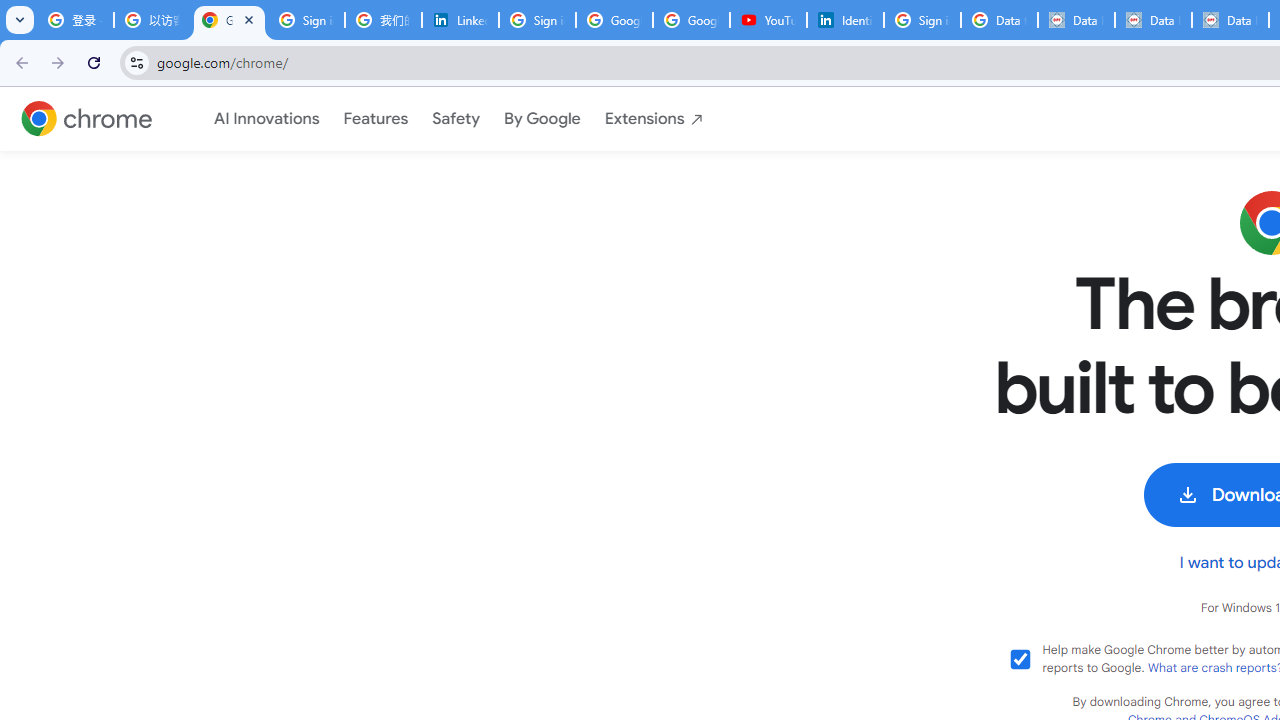 This screenshot has width=1280, height=720. What do you see at coordinates (542, 118) in the screenshot?
I see `'By Google'` at bounding box center [542, 118].